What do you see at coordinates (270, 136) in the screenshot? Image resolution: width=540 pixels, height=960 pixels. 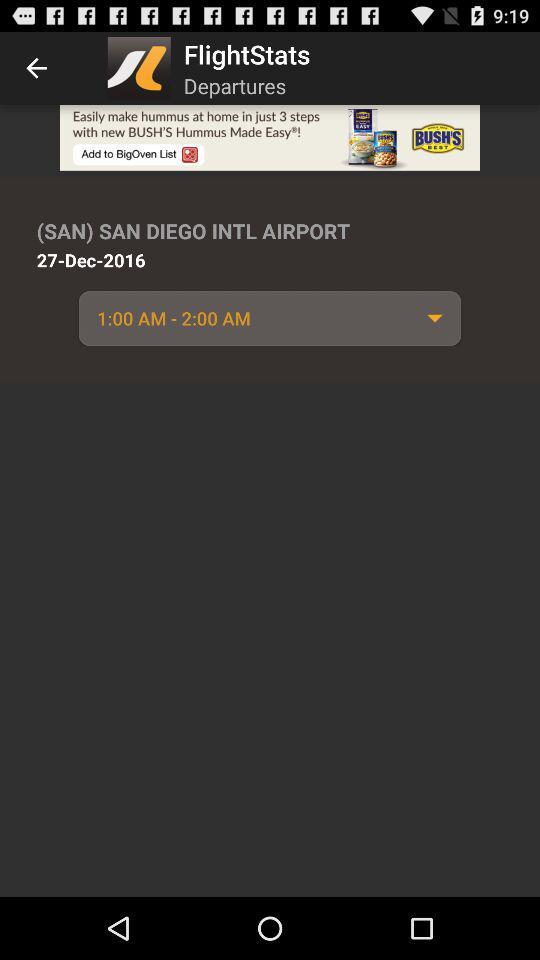 I see `advertisement click` at bounding box center [270, 136].